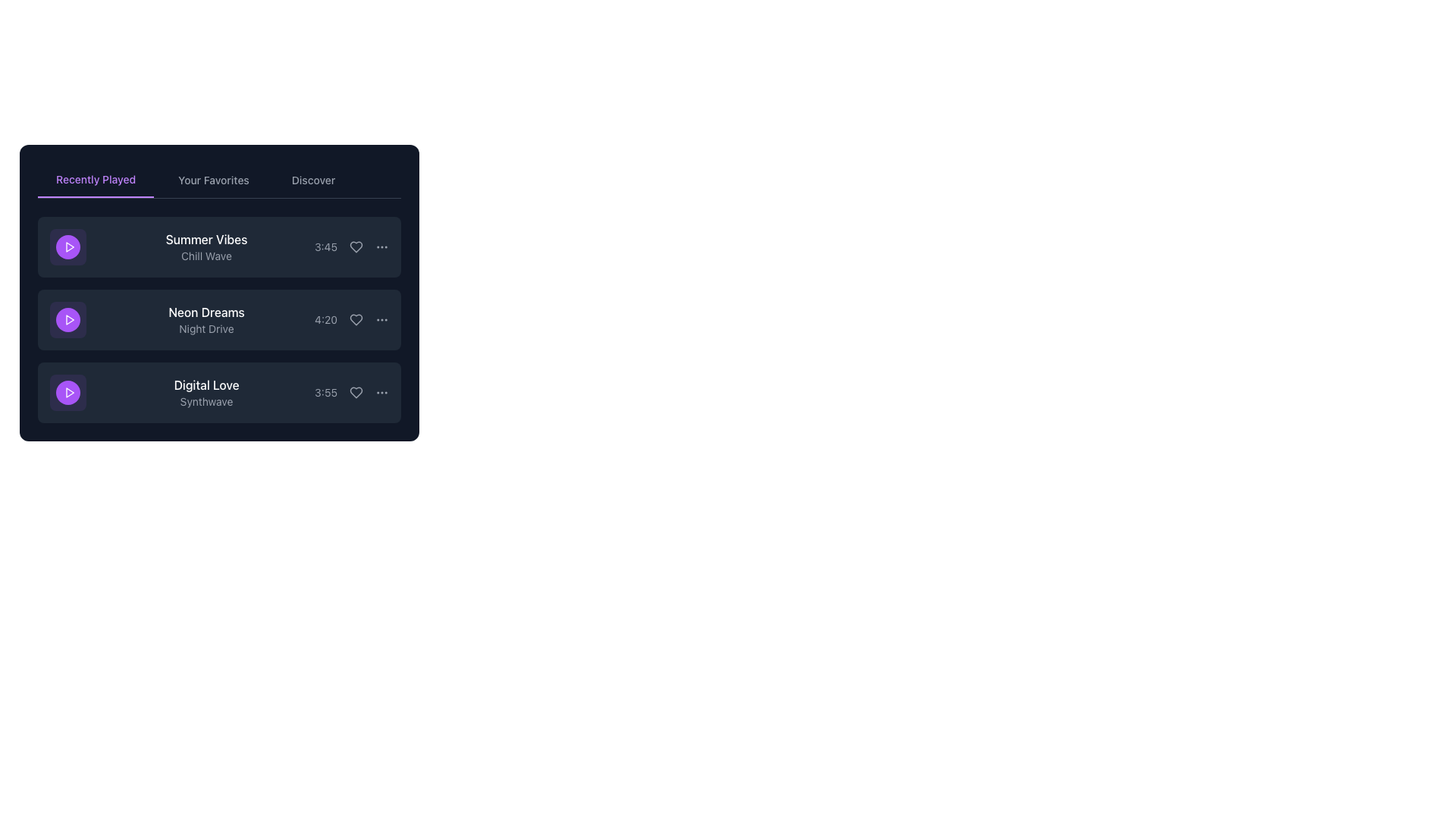 This screenshot has height=819, width=1456. Describe the element at coordinates (206, 246) in the screenshot. I see `descriptive text information from the multi-line text block located in the center-left area of the first item card in the list, which displays the title and subtitle of a music track or playlist` at that location.